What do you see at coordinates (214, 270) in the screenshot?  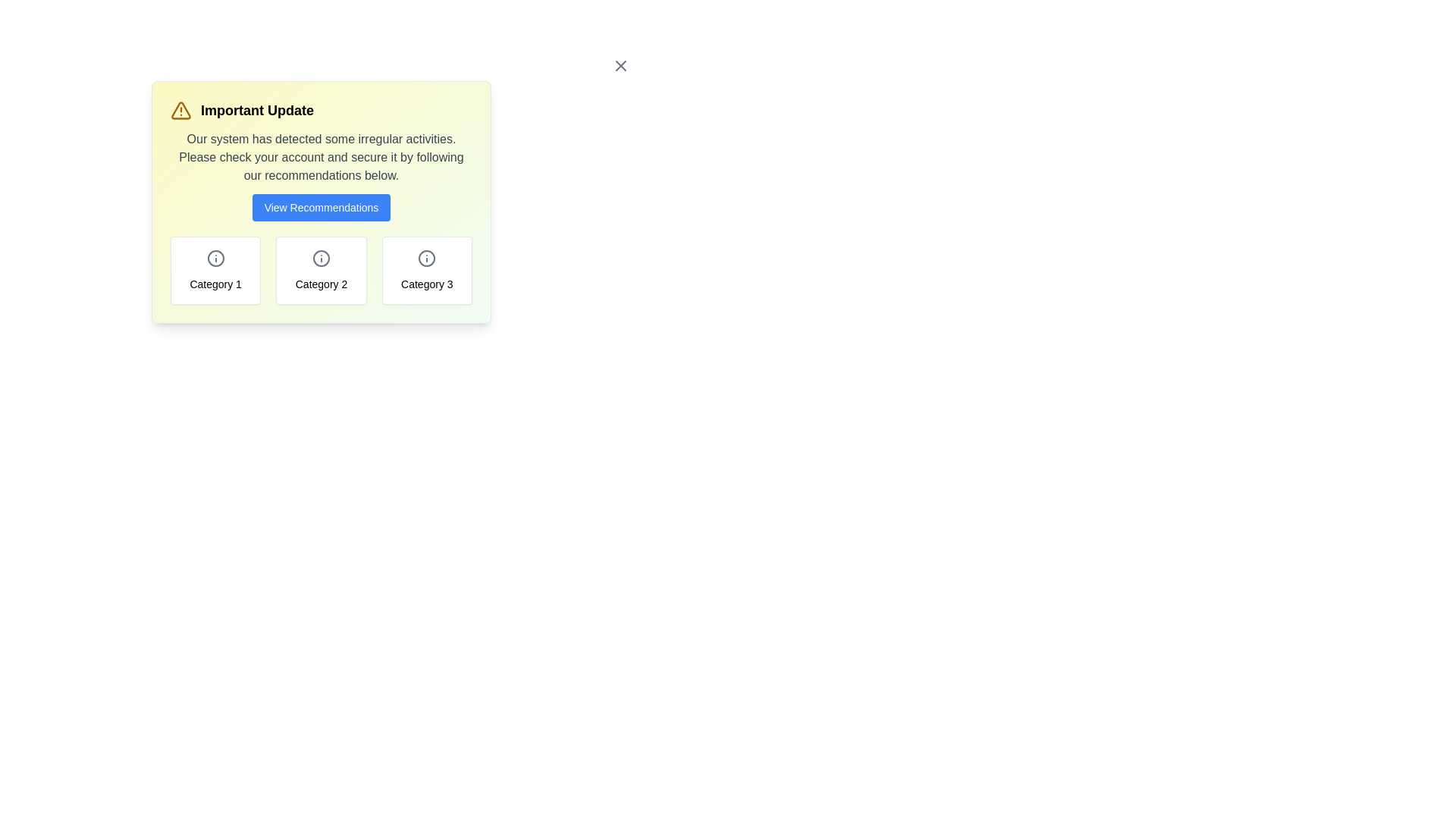 I see `the category box labeled Category 1` at bounding box center [214, 270].